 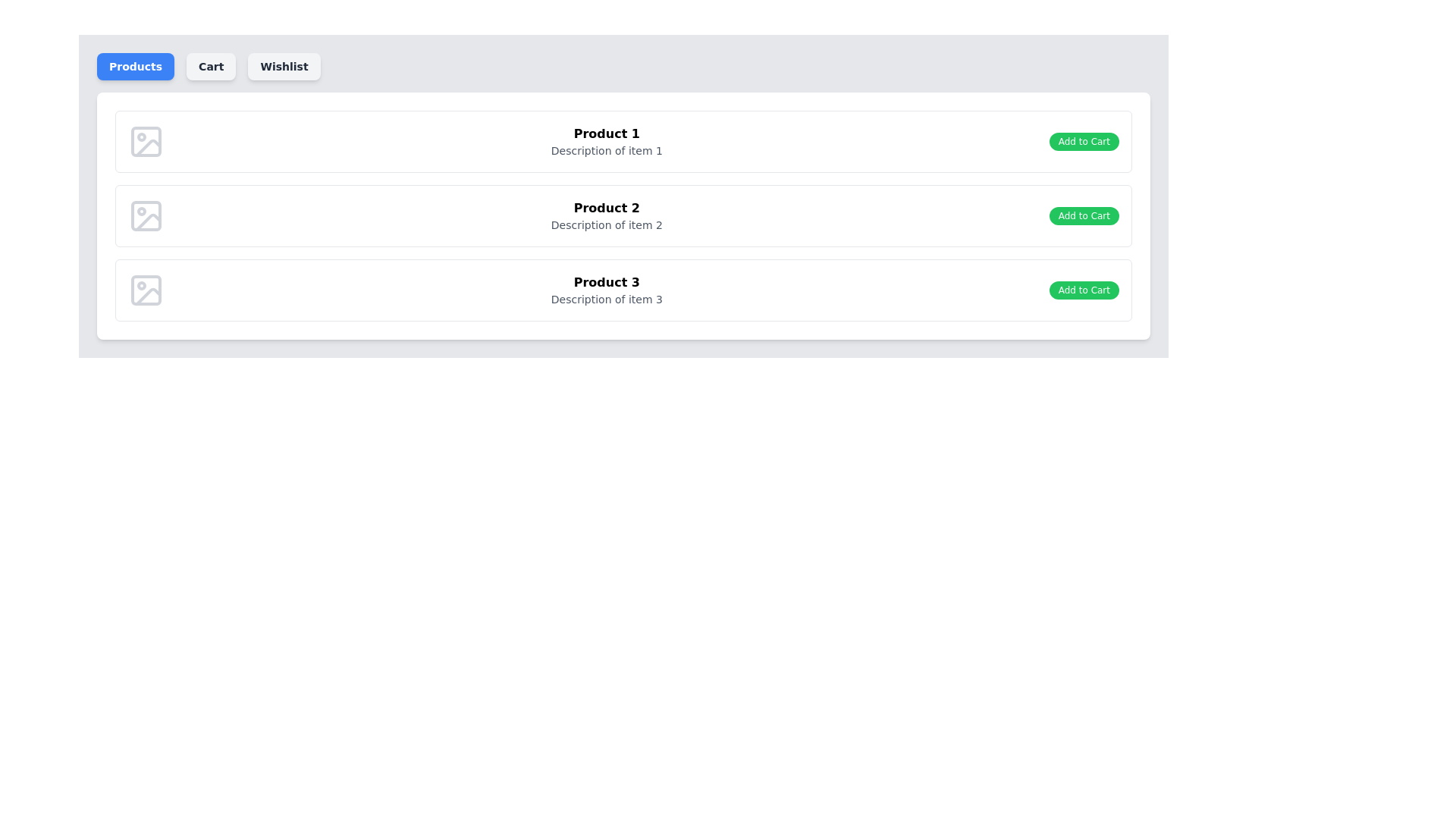 What do you see at coordinates (607, 290) in the screenshot?
I see `text content of the text block providing a title and description for a product, located in the third item row of the list, below 'Product 2'` at bounding box center [607, 290].